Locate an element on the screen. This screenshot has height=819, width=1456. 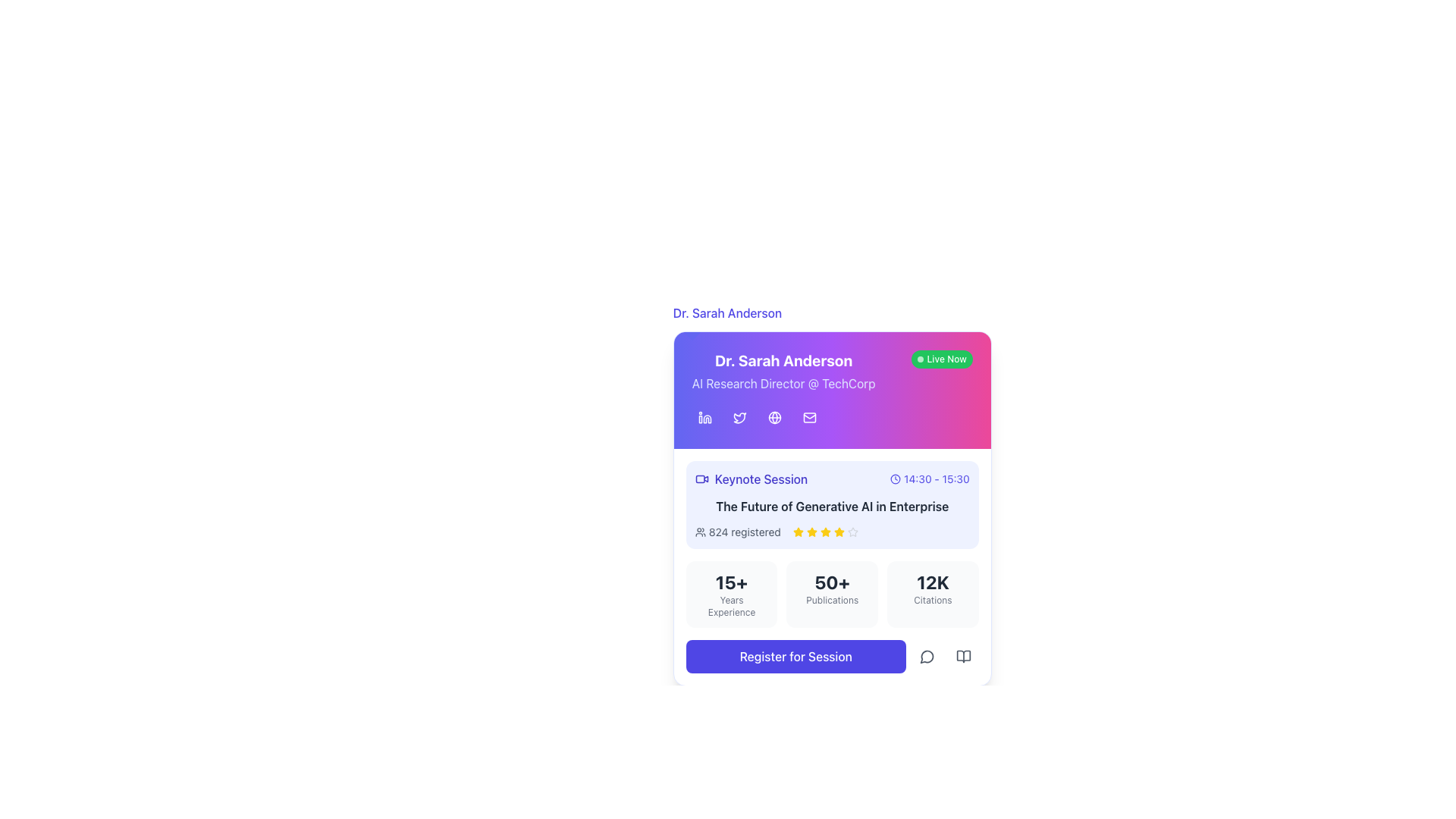
the Twitter icon located in the left-middle of the purple header section of the card is located at coordinates (739, 418).